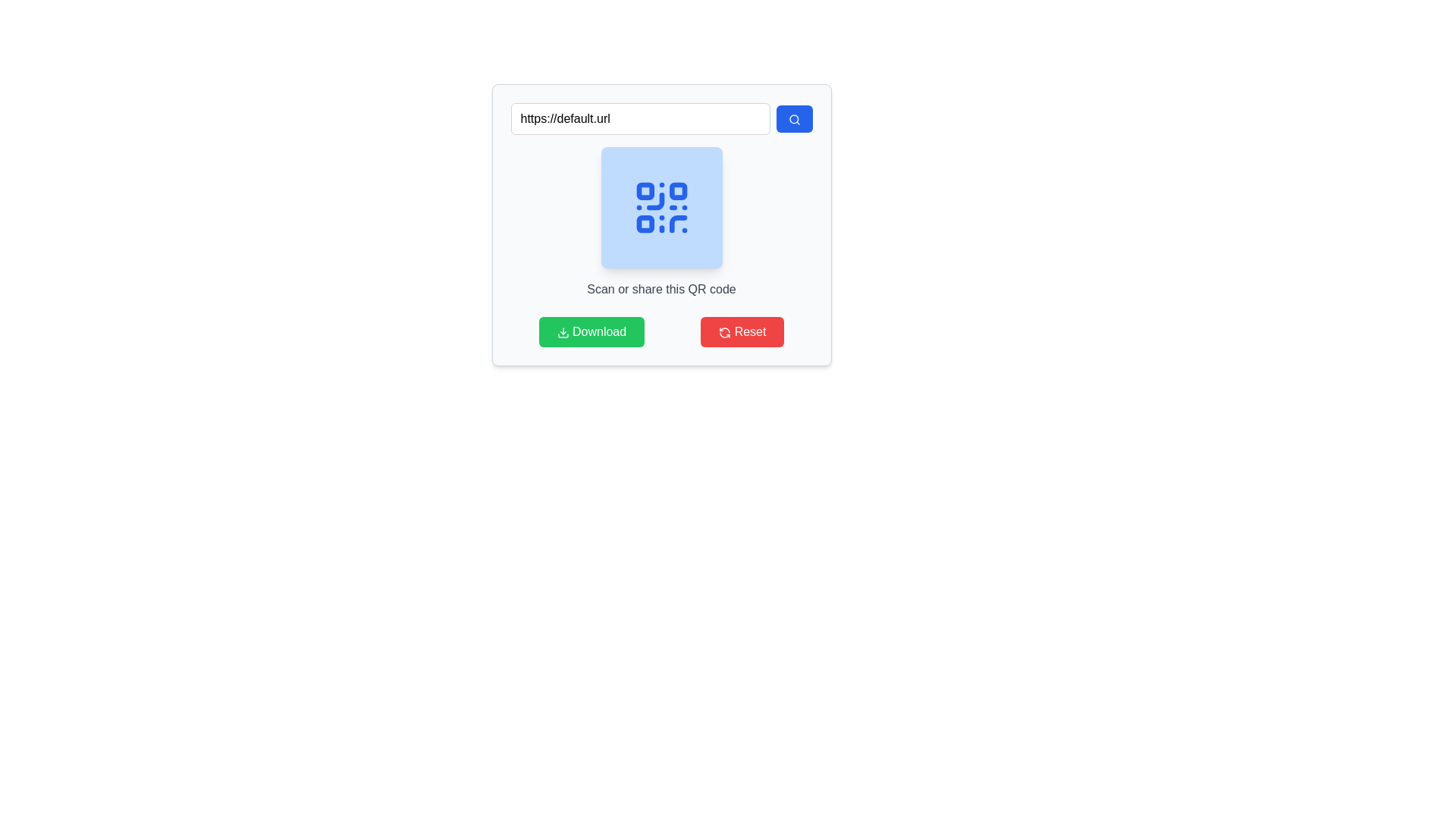  I want to click on the magnifying glass icon, which is part of a blue button positioned to the right of the input field, to initiate the search functionality, so click(793, 119).